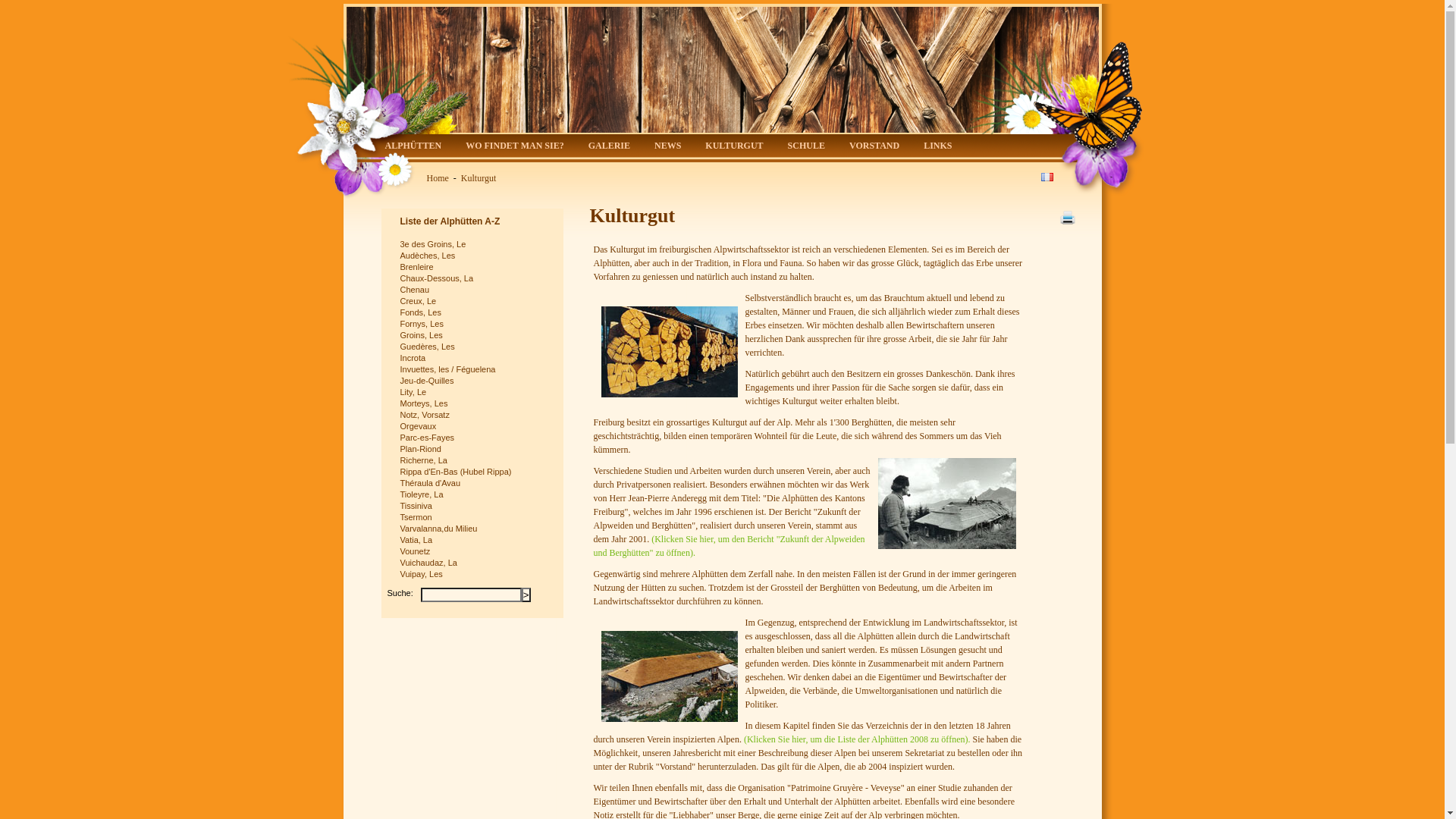 Image resolution: width=1456 pixels, height=819 pixels. What do you see at coordinates (473, 438) in the screenshot?
I see `'Parc-es-Fayes'` at bounding box center [473, 438].